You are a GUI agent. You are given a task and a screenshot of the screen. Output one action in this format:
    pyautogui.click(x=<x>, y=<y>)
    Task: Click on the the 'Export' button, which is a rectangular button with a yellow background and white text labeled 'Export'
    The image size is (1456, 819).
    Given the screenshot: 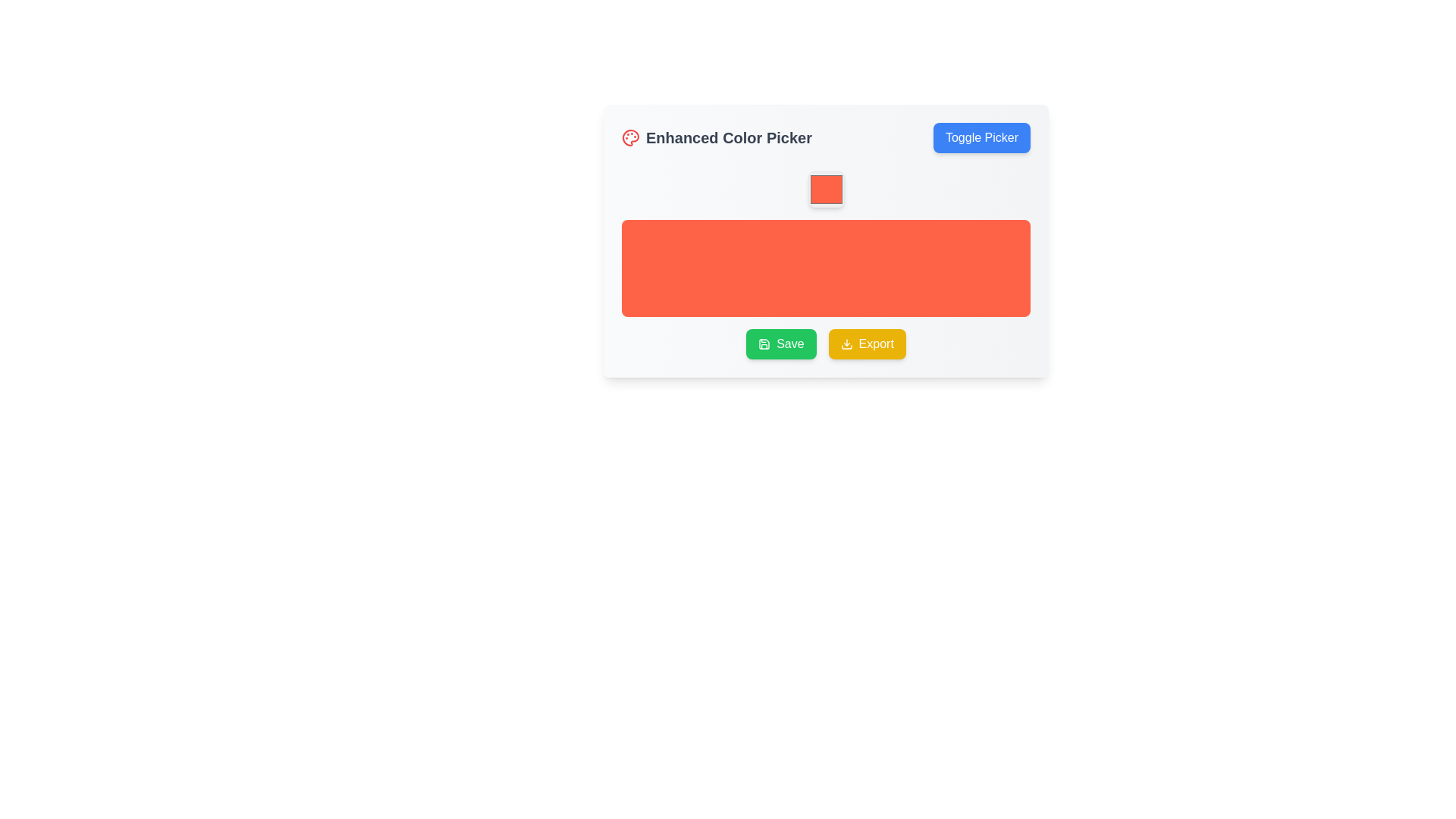 What is the action you would take?
    pyautogui.click(x=867, y=344)
    